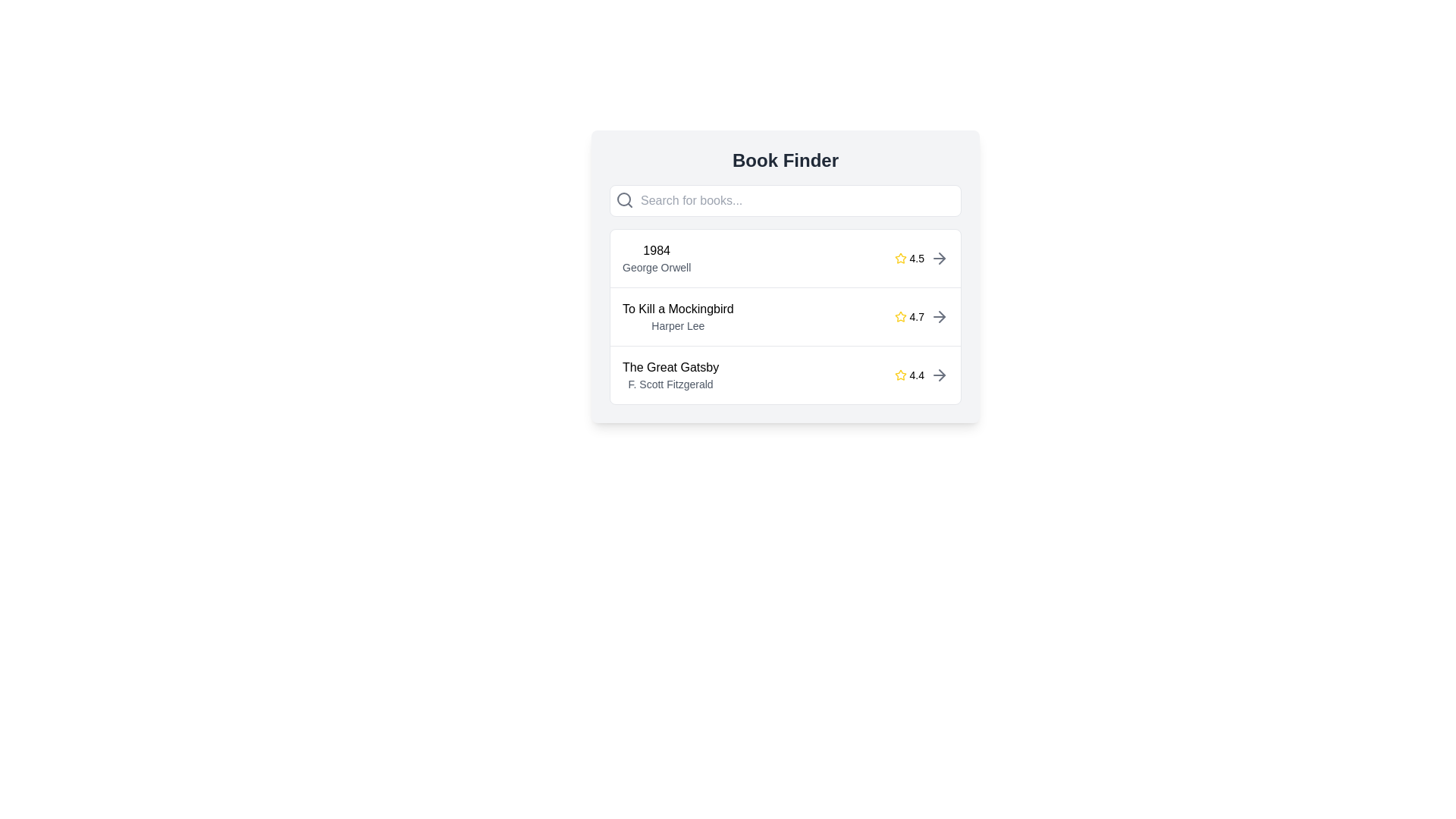  Describe the element at coordinates (670, 368) in the screenshot. I see `the text label that serves as the title of the book, located in the third list item of a vertically stacked selection list, positioned above the author's name 'F. Scott Fitzgerald'` at that location.